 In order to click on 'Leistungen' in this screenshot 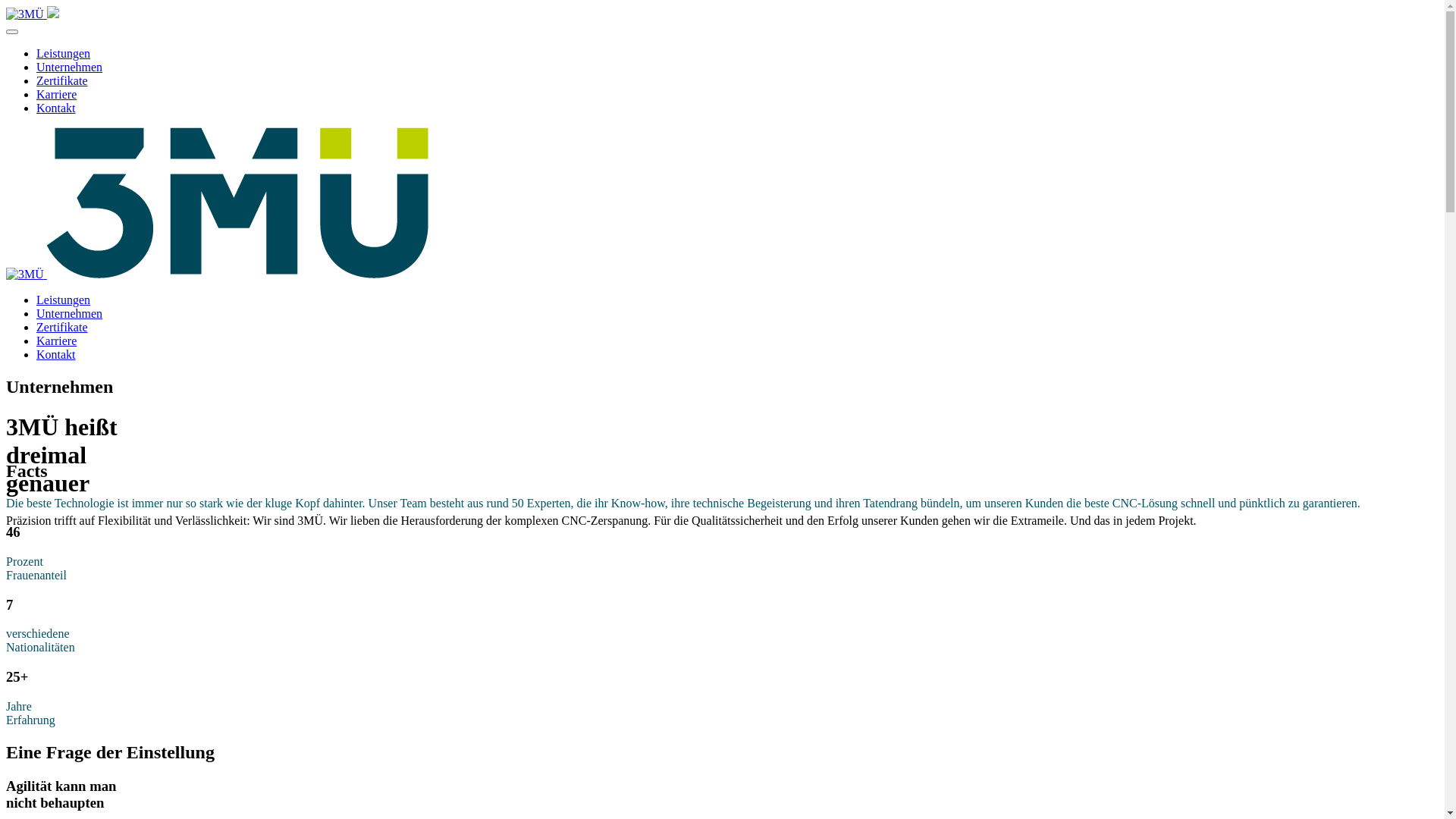, I will do `click(62, 300)`.